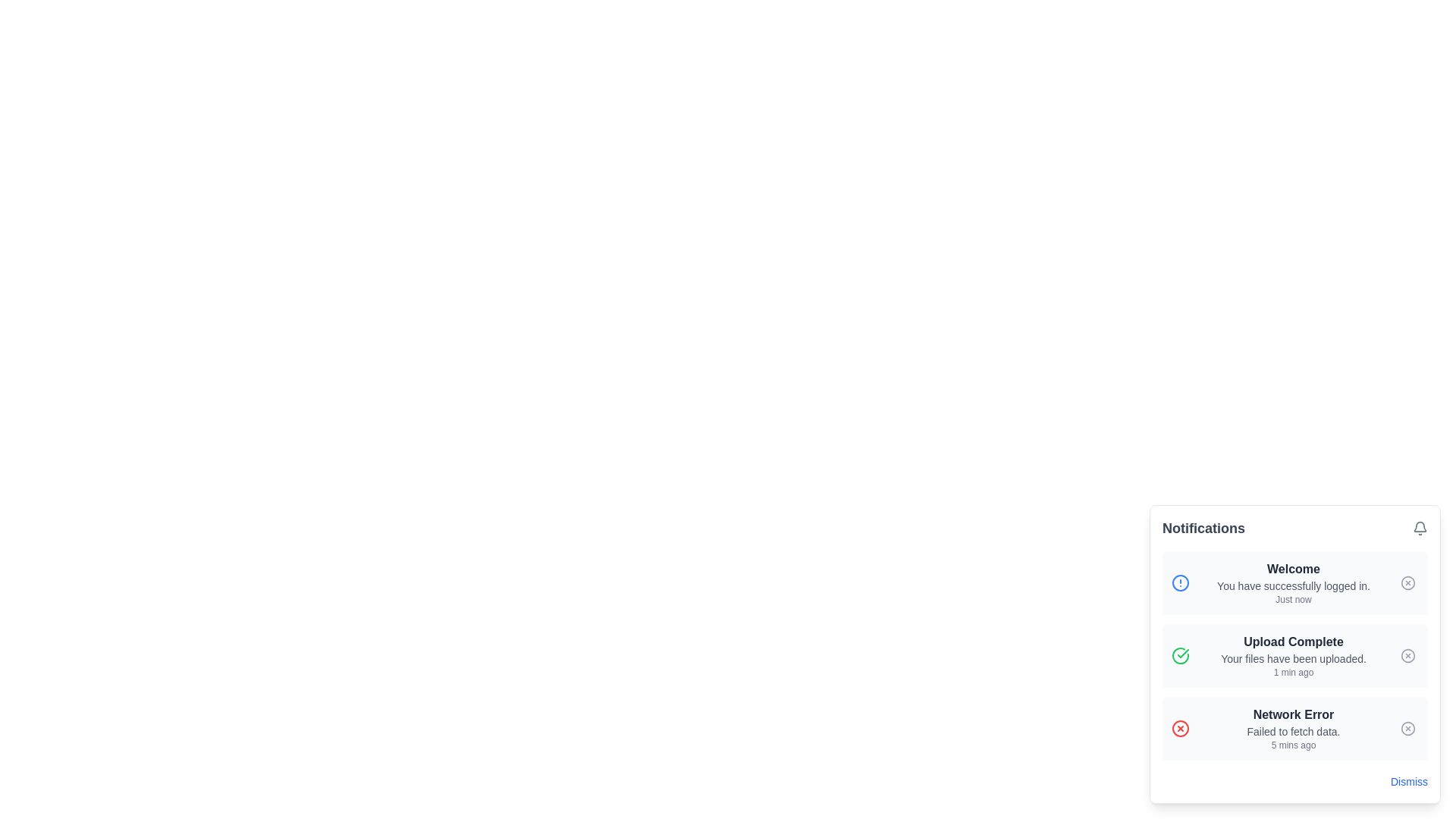 The image size is (1456, 819). Describe the element at coordinates (1292, 730) in the screenshot. I see `the text label that displays 'Failed to fetch data.' in a small, gray font, located within the notification card under the title 'Network Error'` at that location.